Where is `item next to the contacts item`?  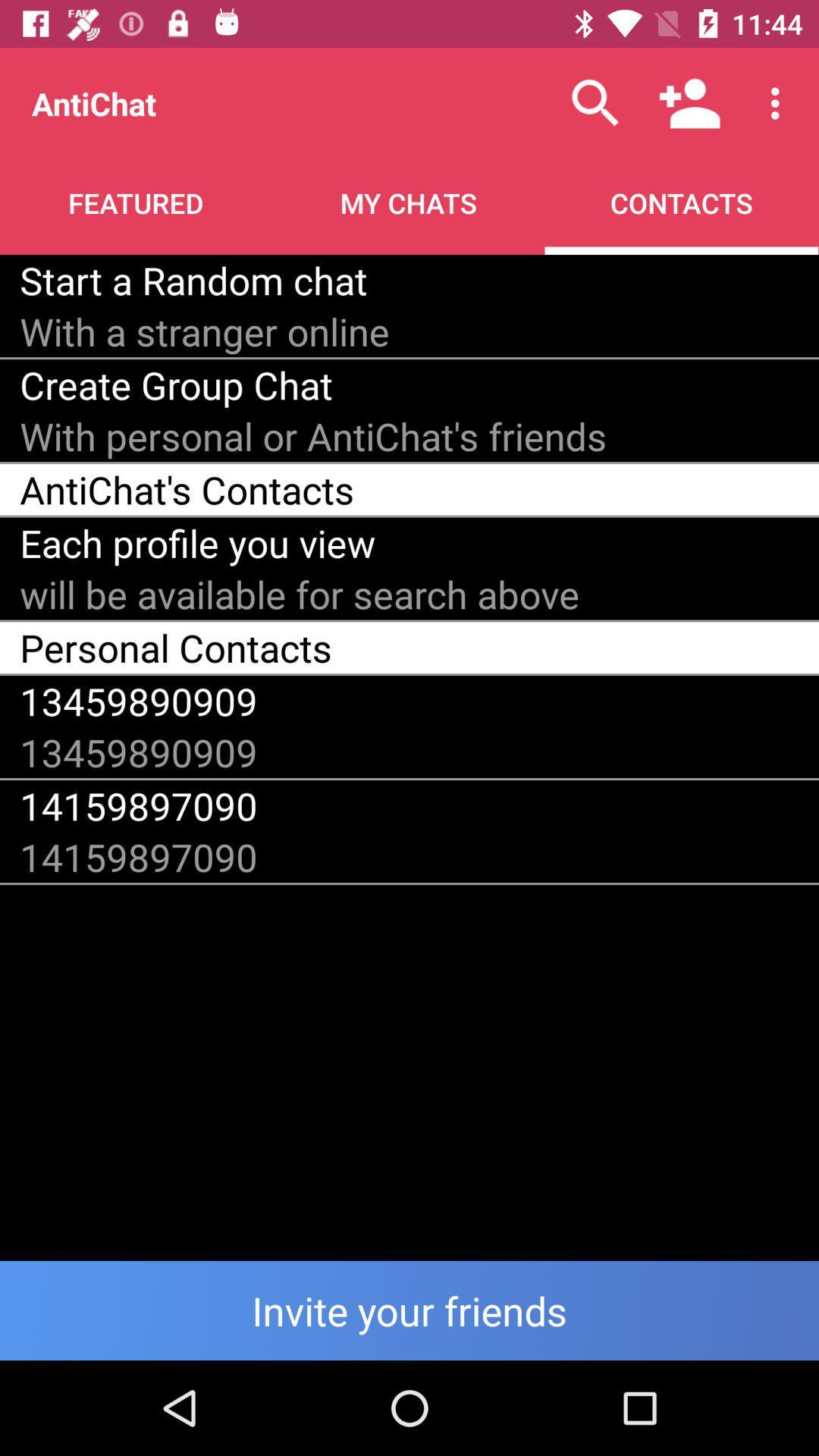 item next to the contacts item is located at coordinates (193, 280).